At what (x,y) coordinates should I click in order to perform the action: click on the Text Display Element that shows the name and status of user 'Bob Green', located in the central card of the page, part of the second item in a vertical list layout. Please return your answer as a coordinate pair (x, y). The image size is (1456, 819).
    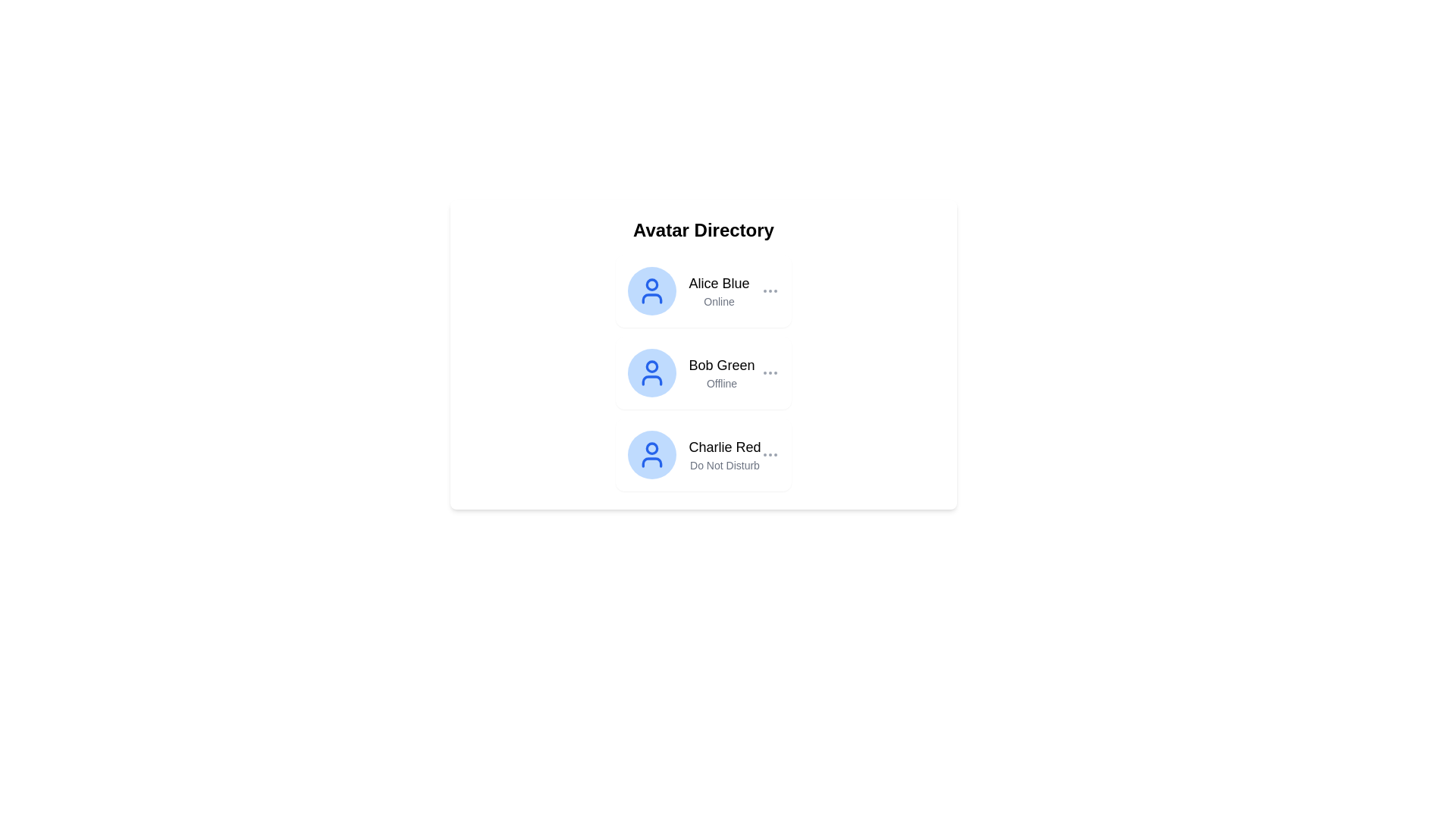
    Looking at the image, I should click on (720, 373).